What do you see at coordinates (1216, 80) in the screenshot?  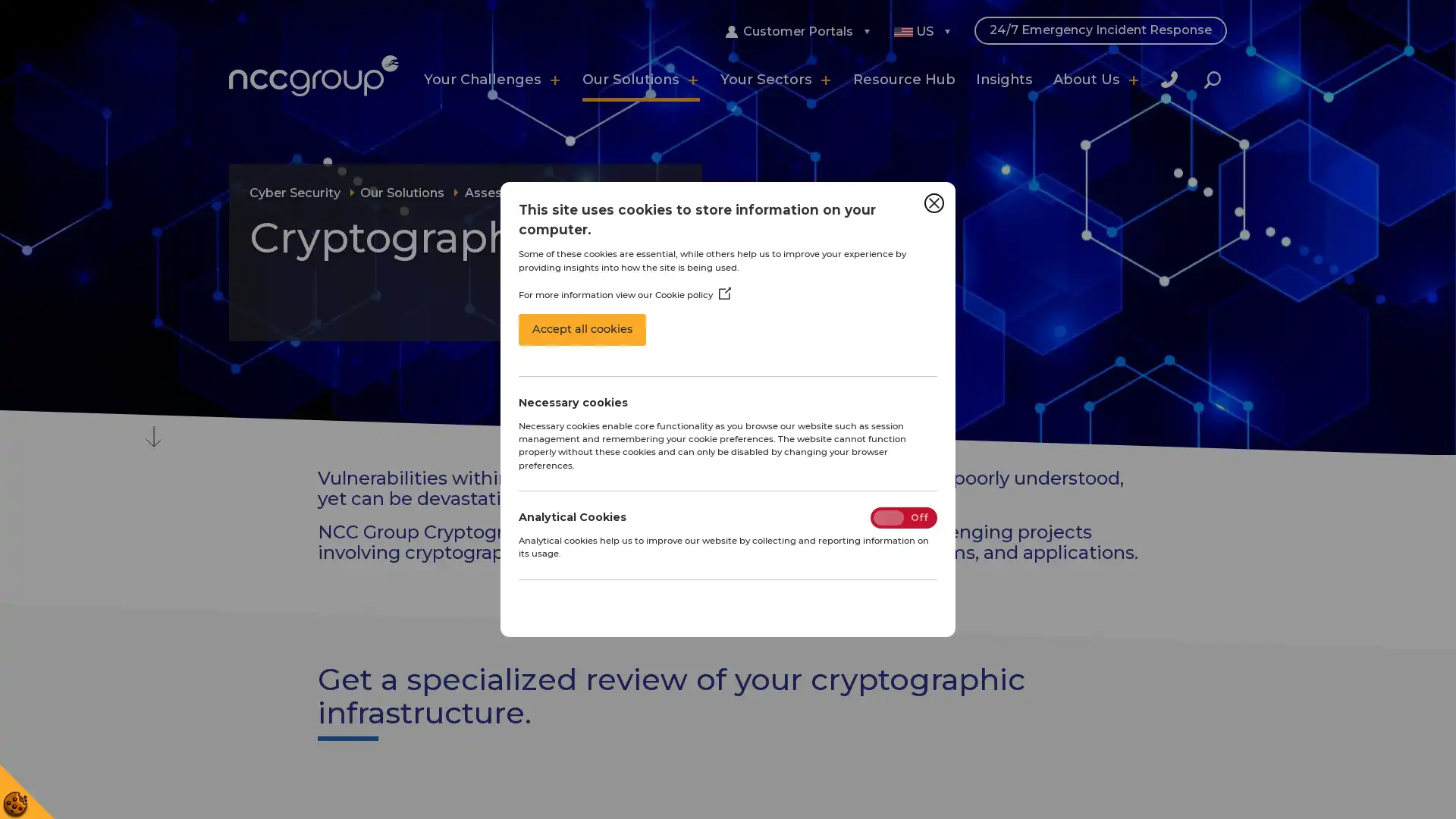 I see `Search` at bounding box center [1216, 80].